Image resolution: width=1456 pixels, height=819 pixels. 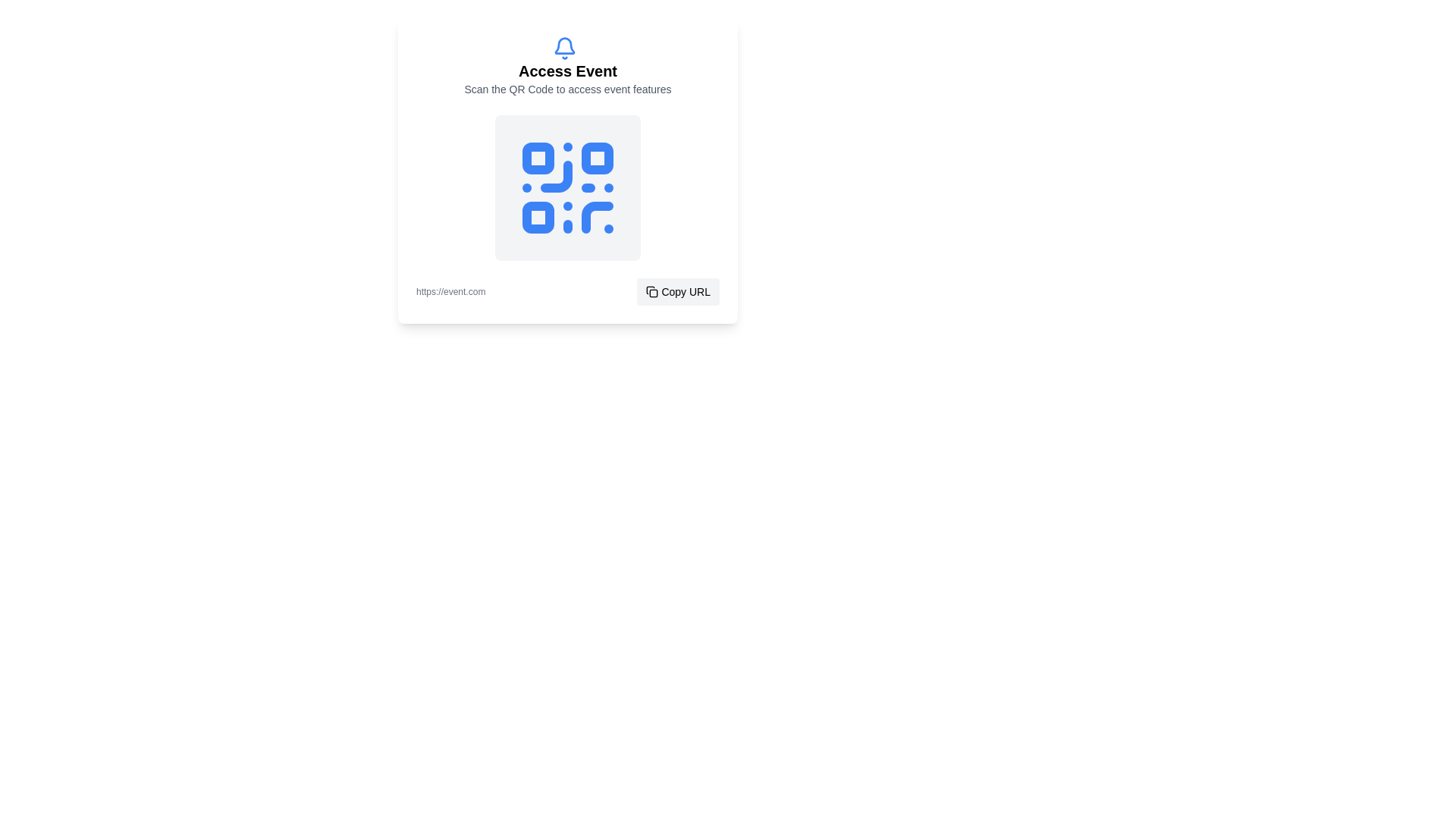 I want to click on the 'Copy URL' button, which is a rectangular button with a light gray background and a copy icon, so click(x=677, y=292).